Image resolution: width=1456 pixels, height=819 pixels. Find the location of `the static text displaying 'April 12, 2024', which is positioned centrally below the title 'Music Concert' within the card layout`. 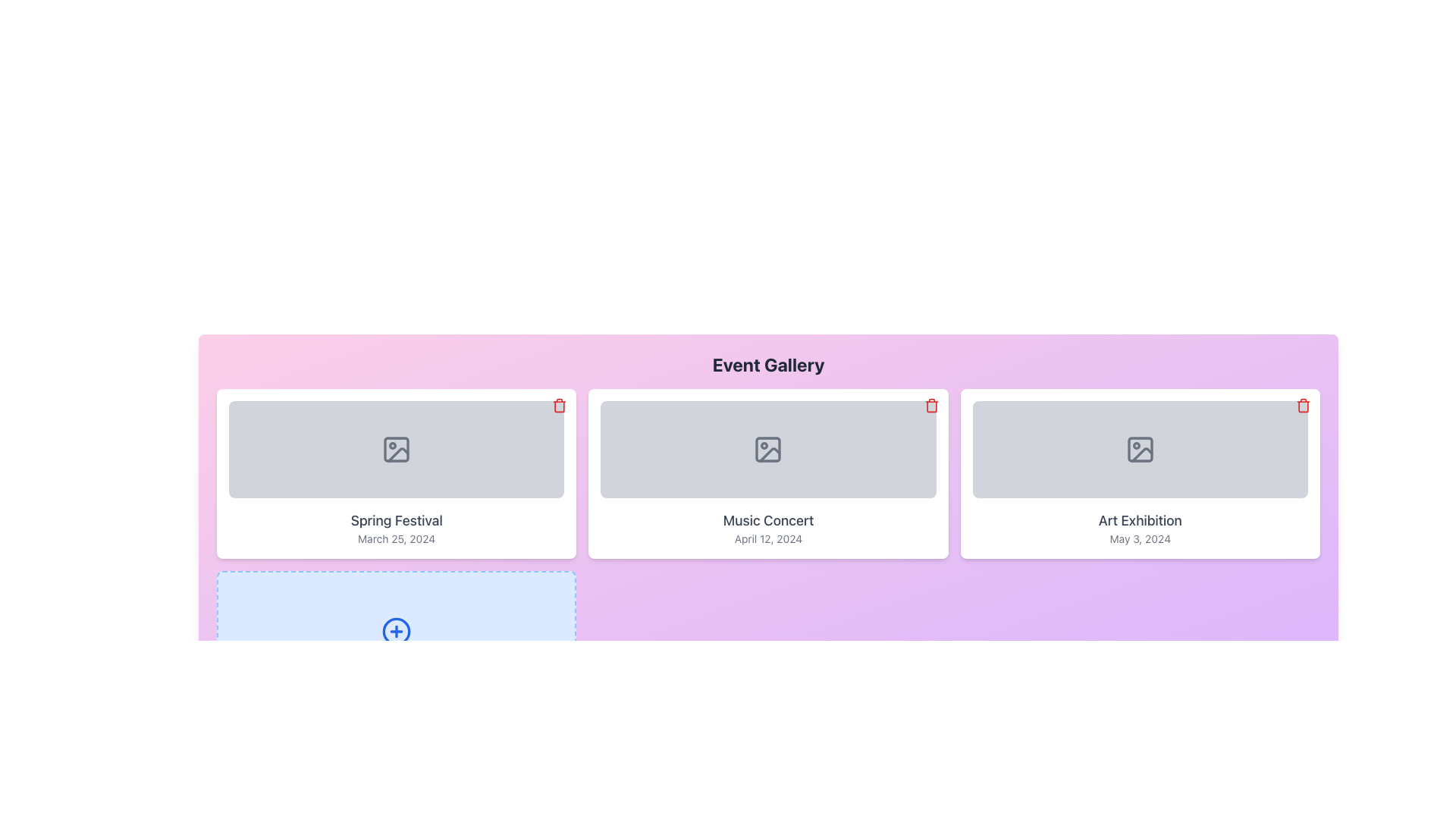

the static text displaying 'April 12, 2024', which is positioned centrally below the title 'Music Concert' within the card layout is located at coordinates (768, 538).